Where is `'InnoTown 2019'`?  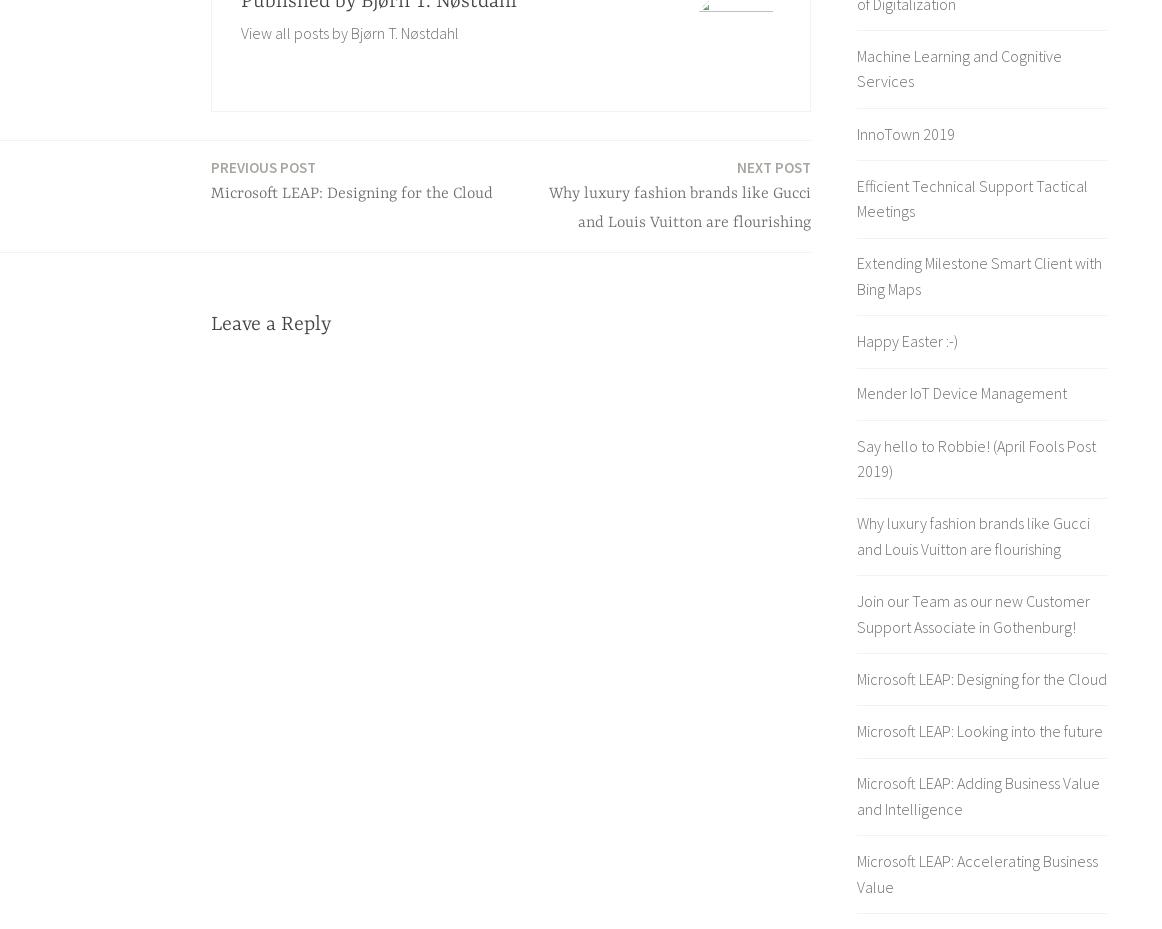 'InnoTown 2019' is located at coordinates (905, 133).